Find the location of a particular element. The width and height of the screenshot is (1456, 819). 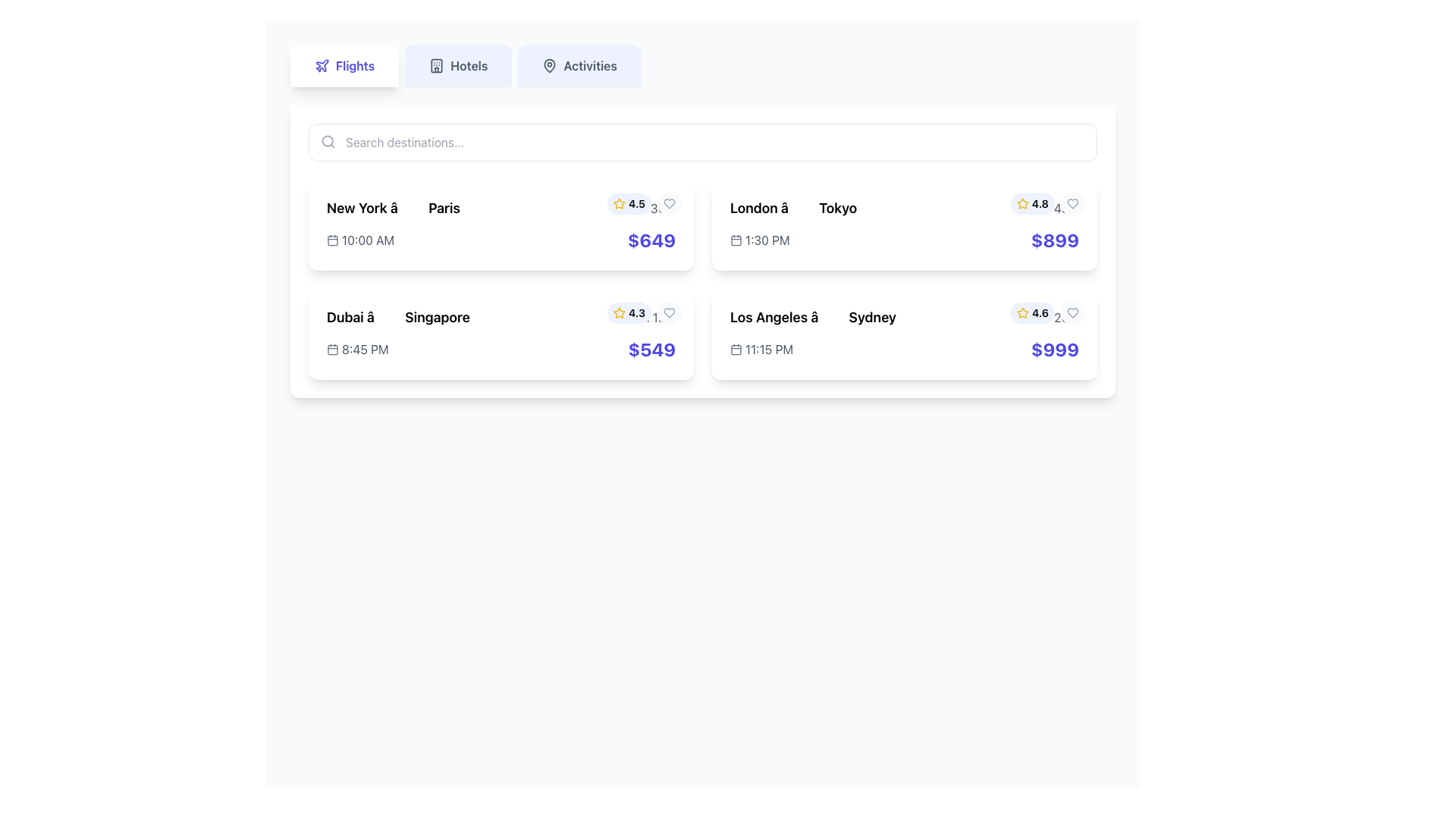

the central star icon in the second row of listings to interact with the rating system is located at coordinates (1022, 202).